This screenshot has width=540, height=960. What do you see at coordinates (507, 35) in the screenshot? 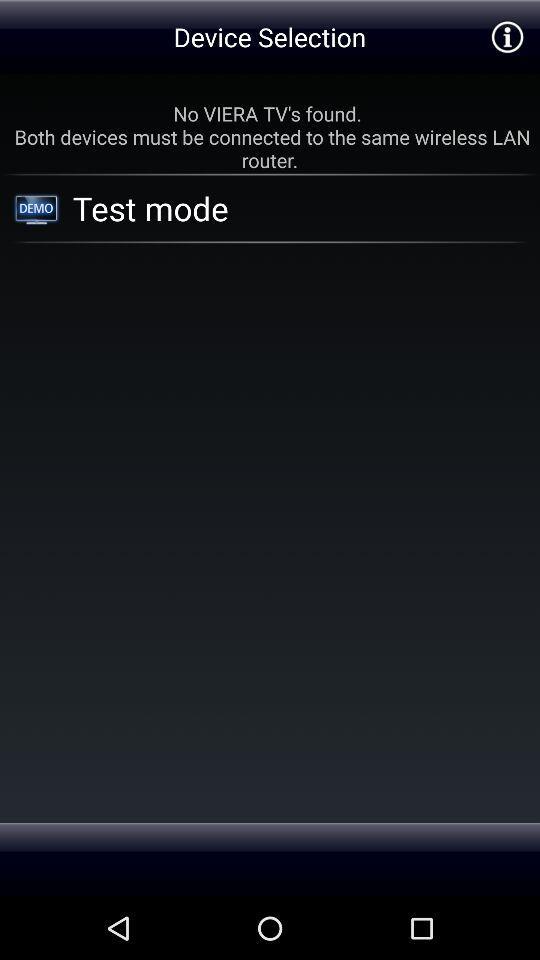
I see `the icon to the right of the device selection icon` at bounding box center [507, 35].